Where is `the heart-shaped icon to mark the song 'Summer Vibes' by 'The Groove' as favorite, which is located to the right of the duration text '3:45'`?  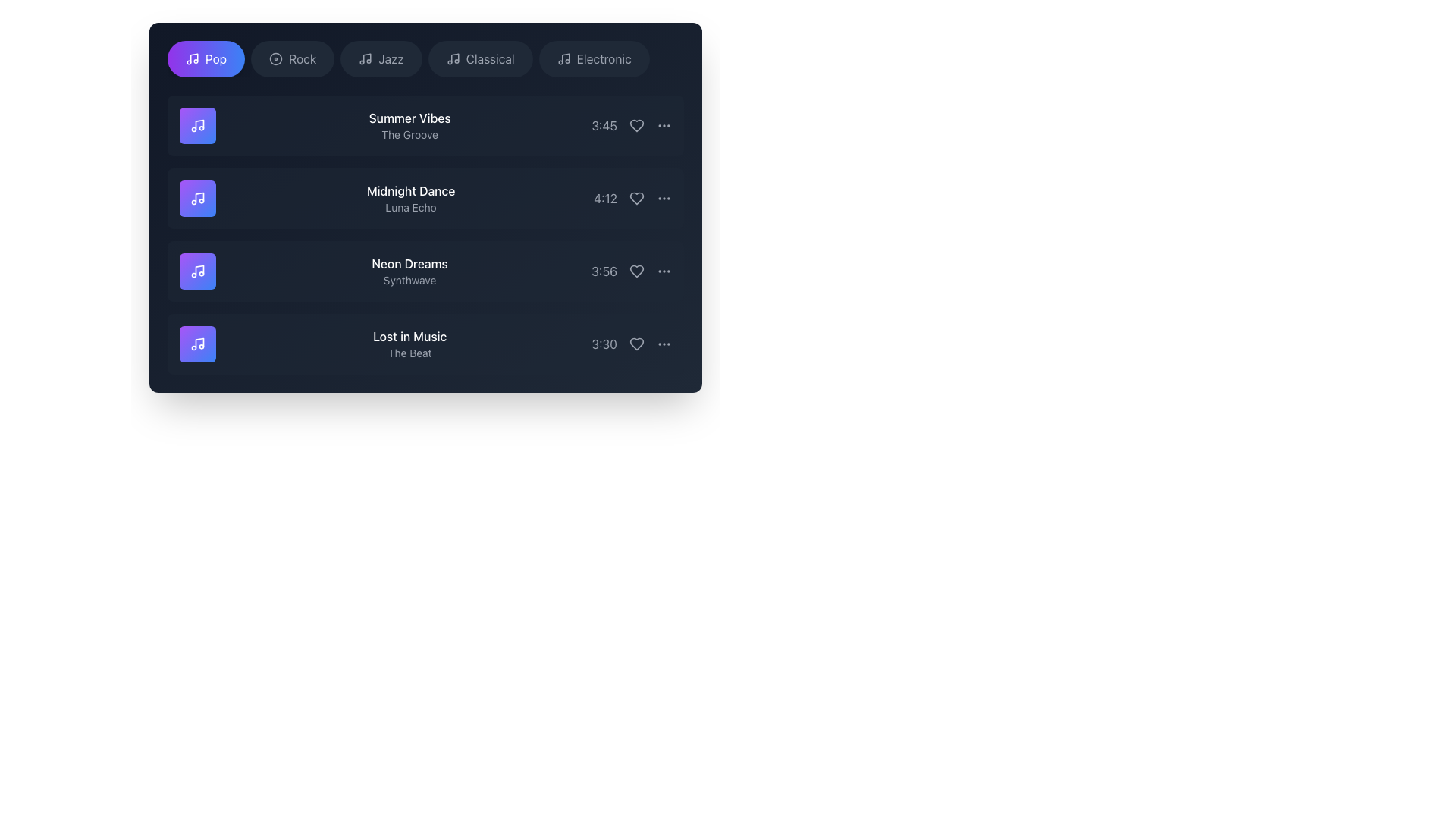
the heart-shaped icon to mark the song 'Summer Vibes' by 'The Groove' as favorite, which is located to the right of the duration text '3:45' is located at coordinates (637, 124).